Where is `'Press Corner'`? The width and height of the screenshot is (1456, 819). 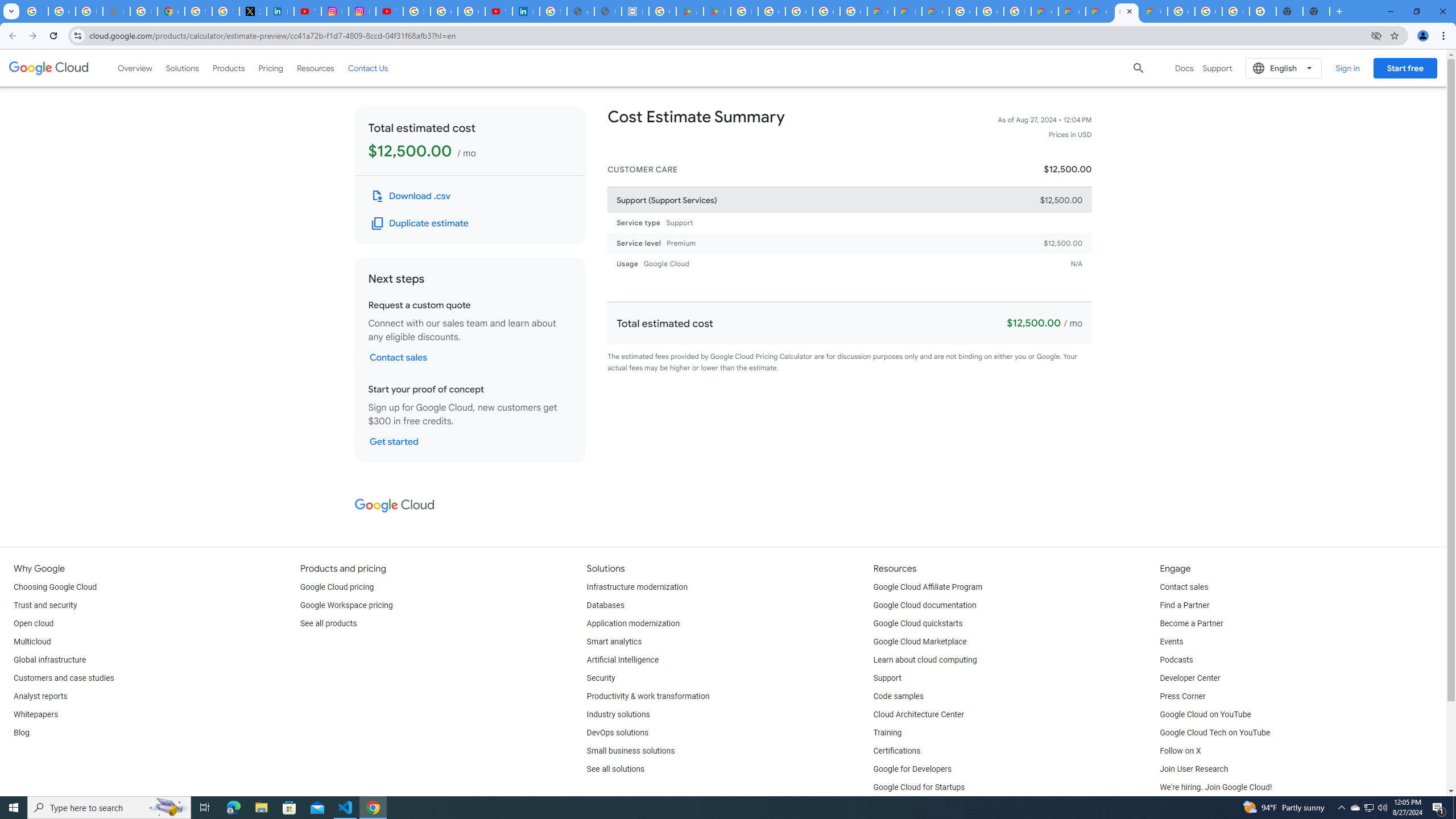 'Press Corner' is located at coordinates (1182, 697).